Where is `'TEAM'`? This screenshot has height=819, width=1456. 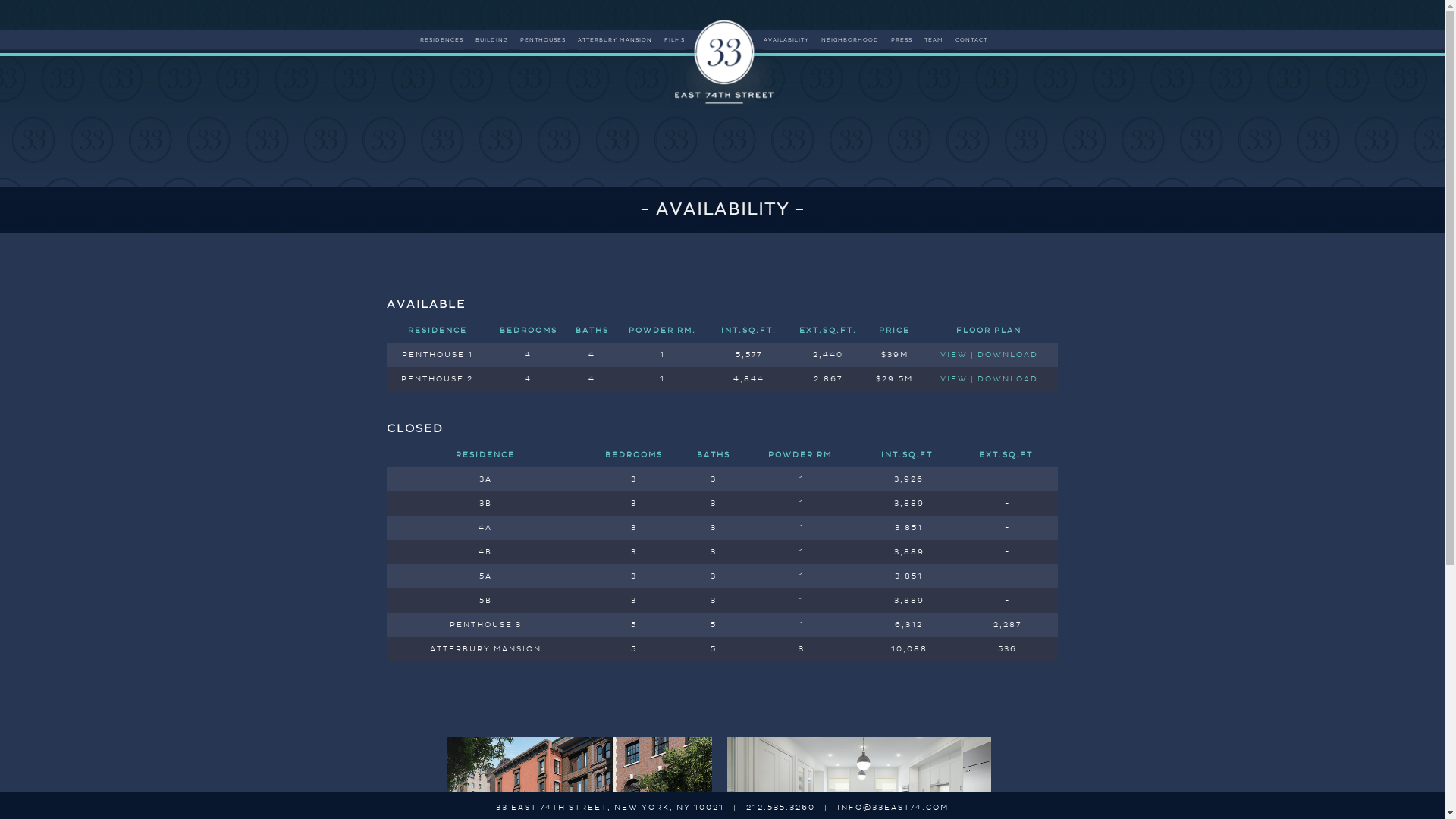
'TEAM' is located at coordinates (924, 39).